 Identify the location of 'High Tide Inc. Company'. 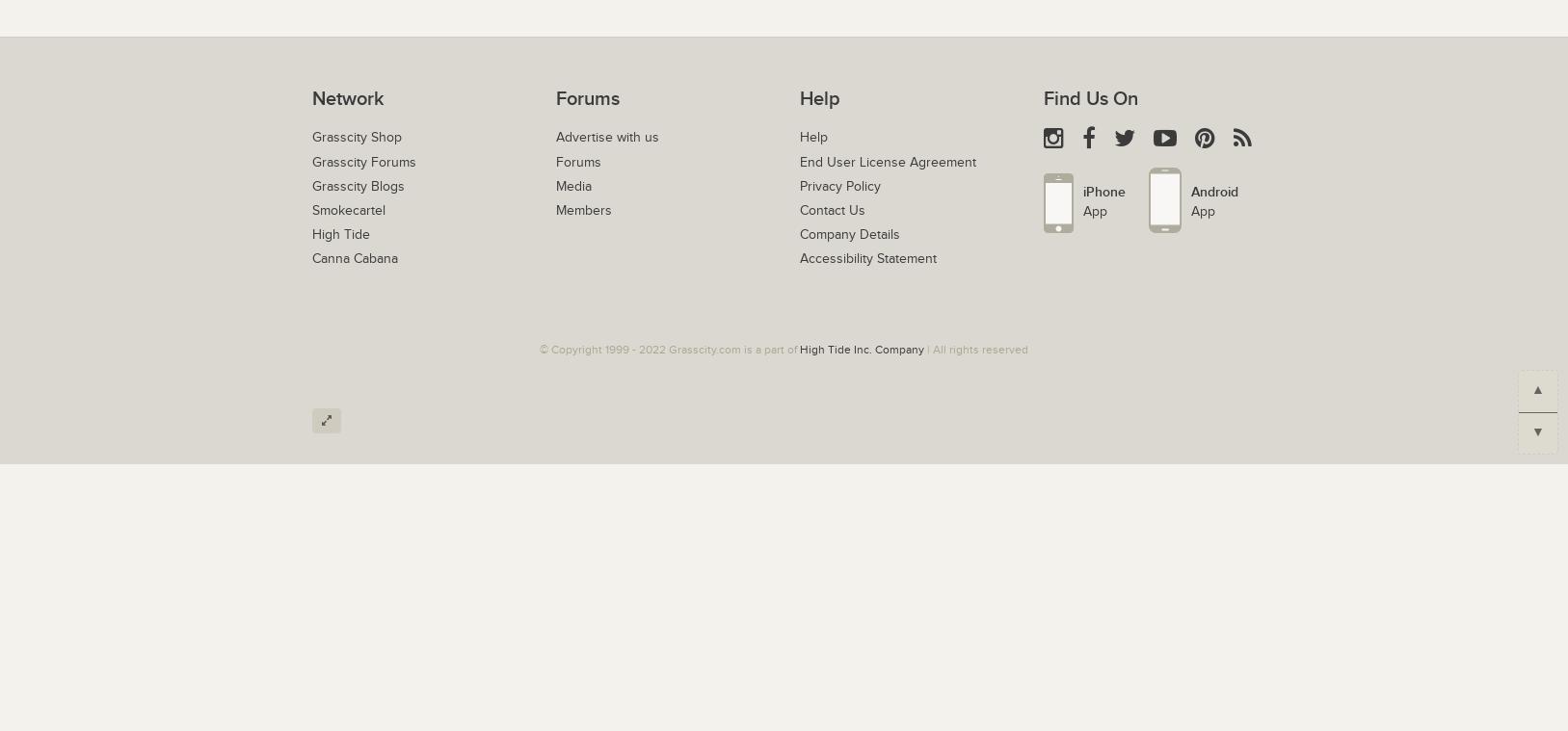
(862, 347).